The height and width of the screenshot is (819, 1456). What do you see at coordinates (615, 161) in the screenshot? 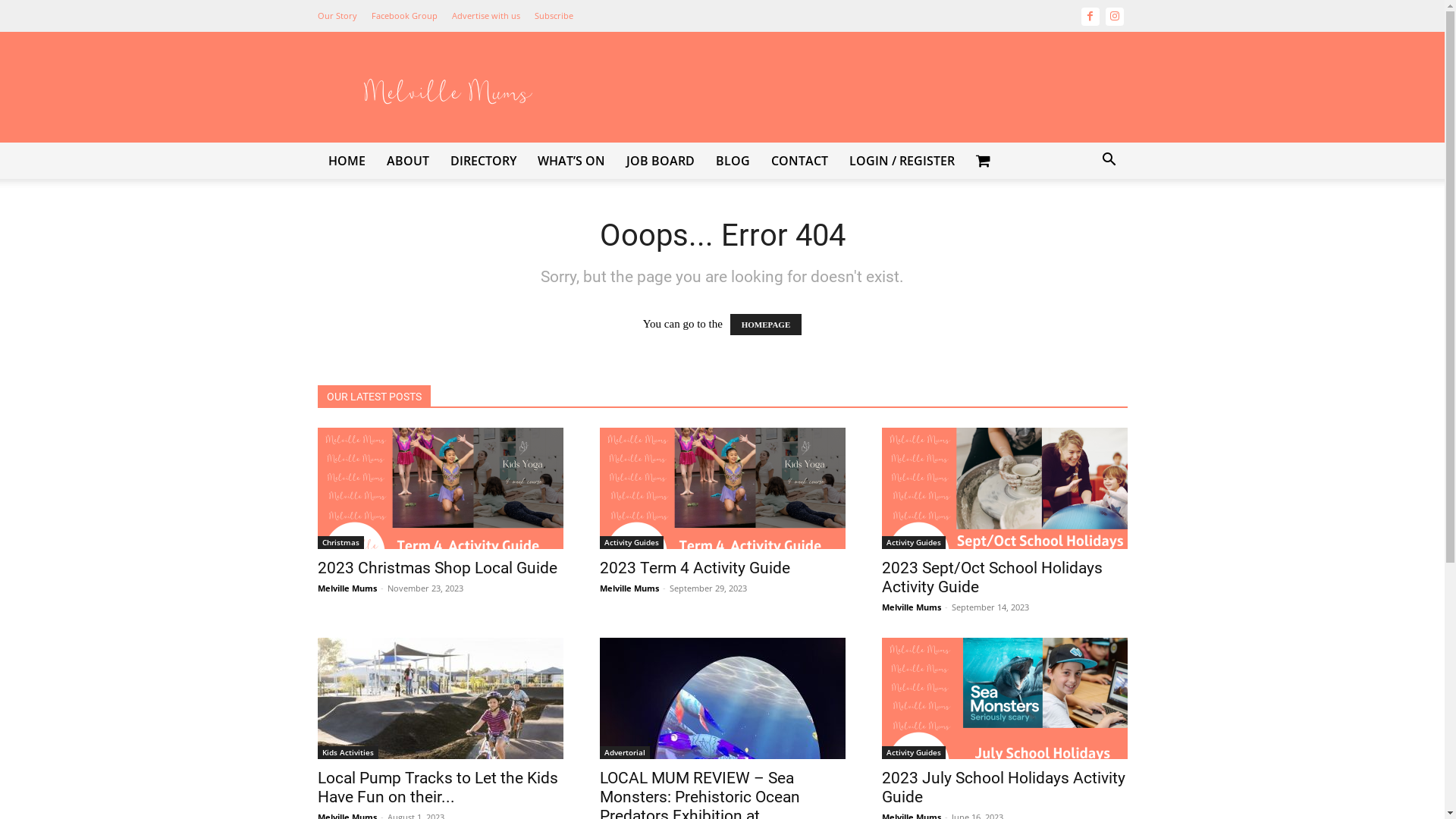
I see `'JOB BOARD'` at bounding box center [615, 161].